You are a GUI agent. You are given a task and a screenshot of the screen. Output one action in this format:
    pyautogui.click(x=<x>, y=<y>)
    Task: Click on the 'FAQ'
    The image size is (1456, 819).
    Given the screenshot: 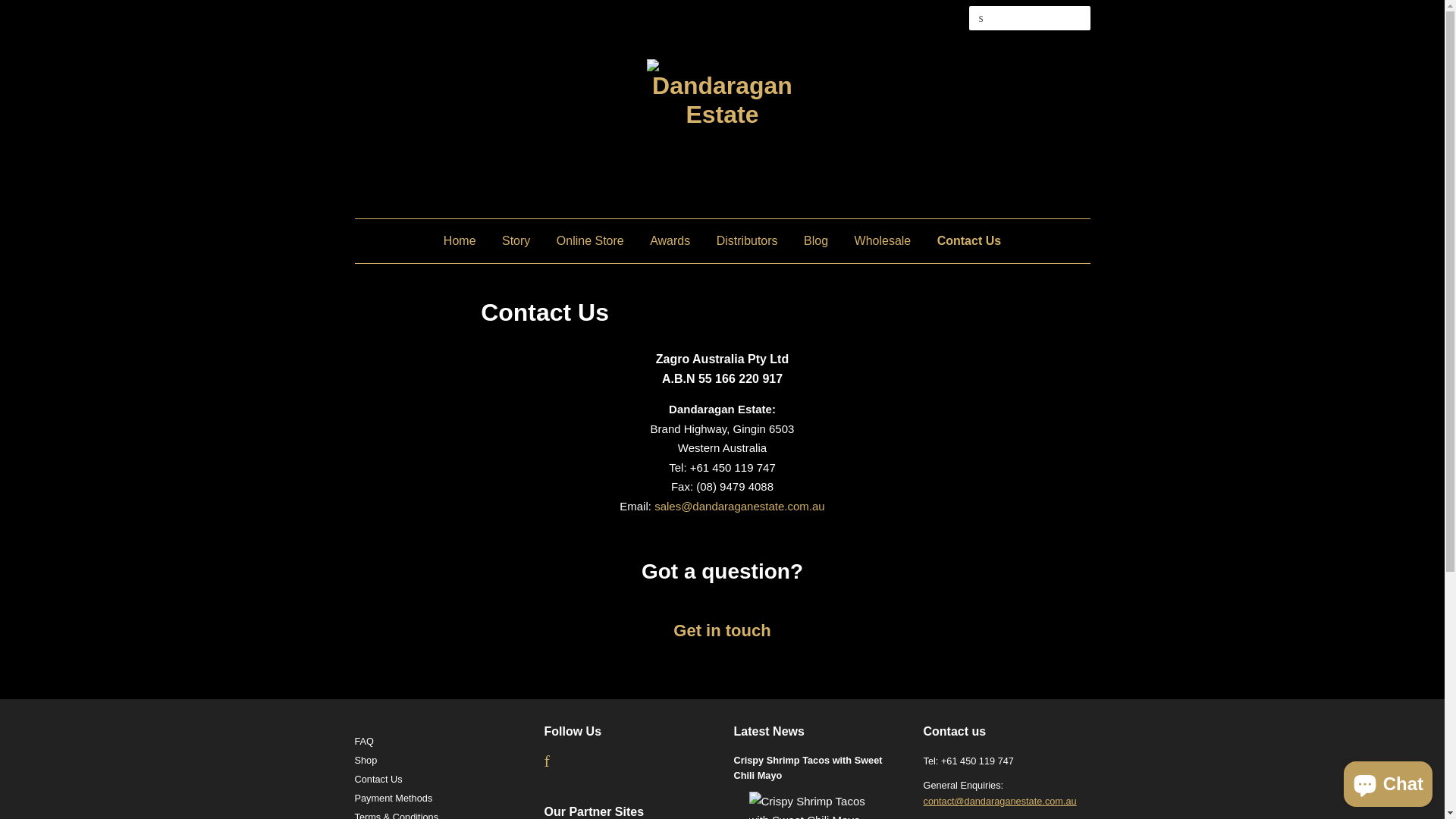 What is the action you would take?
    pyautogui.click(x=364, y=740)
    